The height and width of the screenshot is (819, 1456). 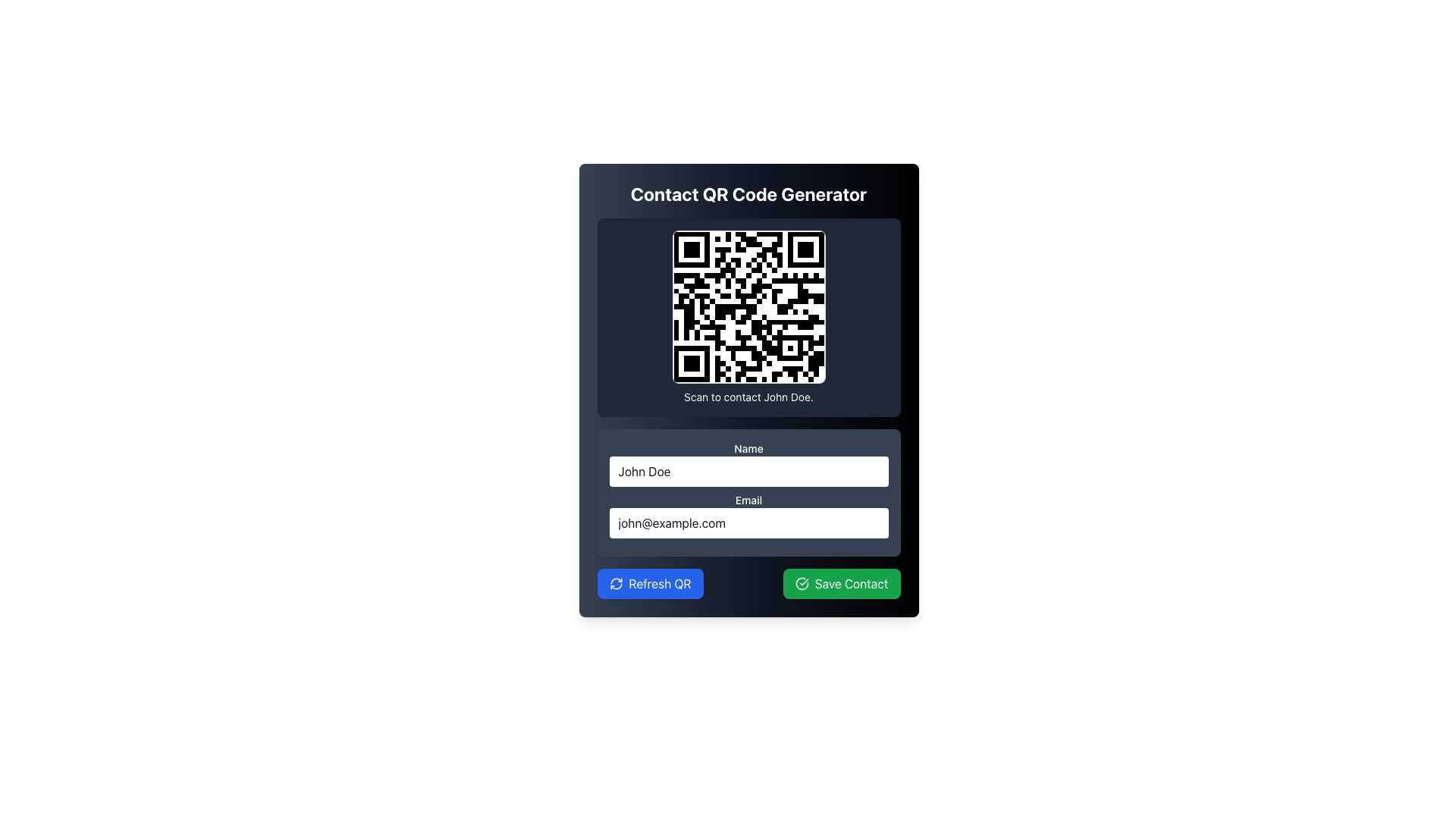 I want to click on the 'Save Contact' button with a green background and a checkmark icon, so click(x=840, y=583).